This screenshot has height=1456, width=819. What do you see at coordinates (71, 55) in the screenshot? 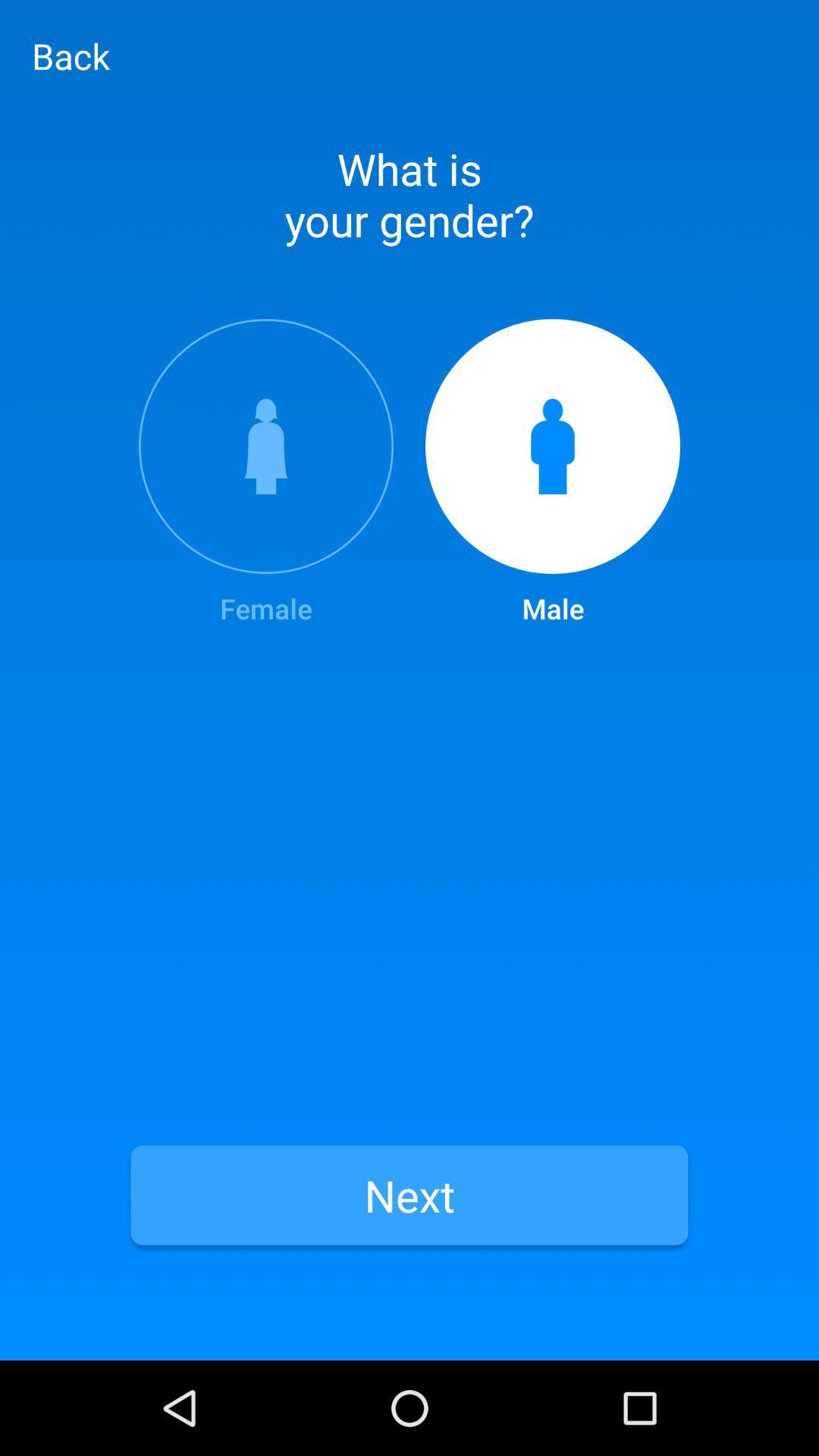
I see `the back item` at bounding box center [71, 55].